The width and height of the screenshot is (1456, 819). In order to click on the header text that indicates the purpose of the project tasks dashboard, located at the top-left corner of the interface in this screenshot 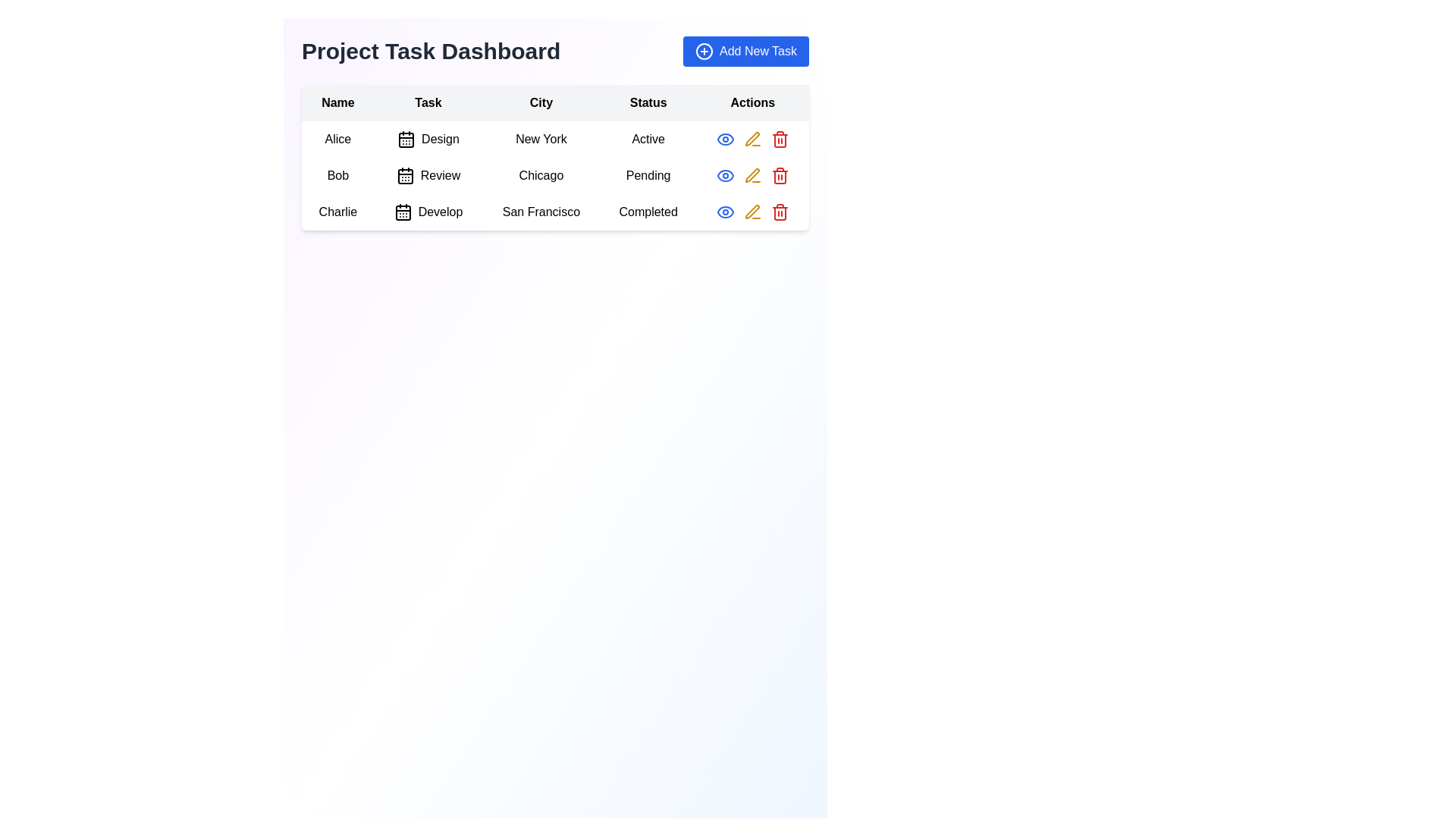, I will do `click(554, 51)`.